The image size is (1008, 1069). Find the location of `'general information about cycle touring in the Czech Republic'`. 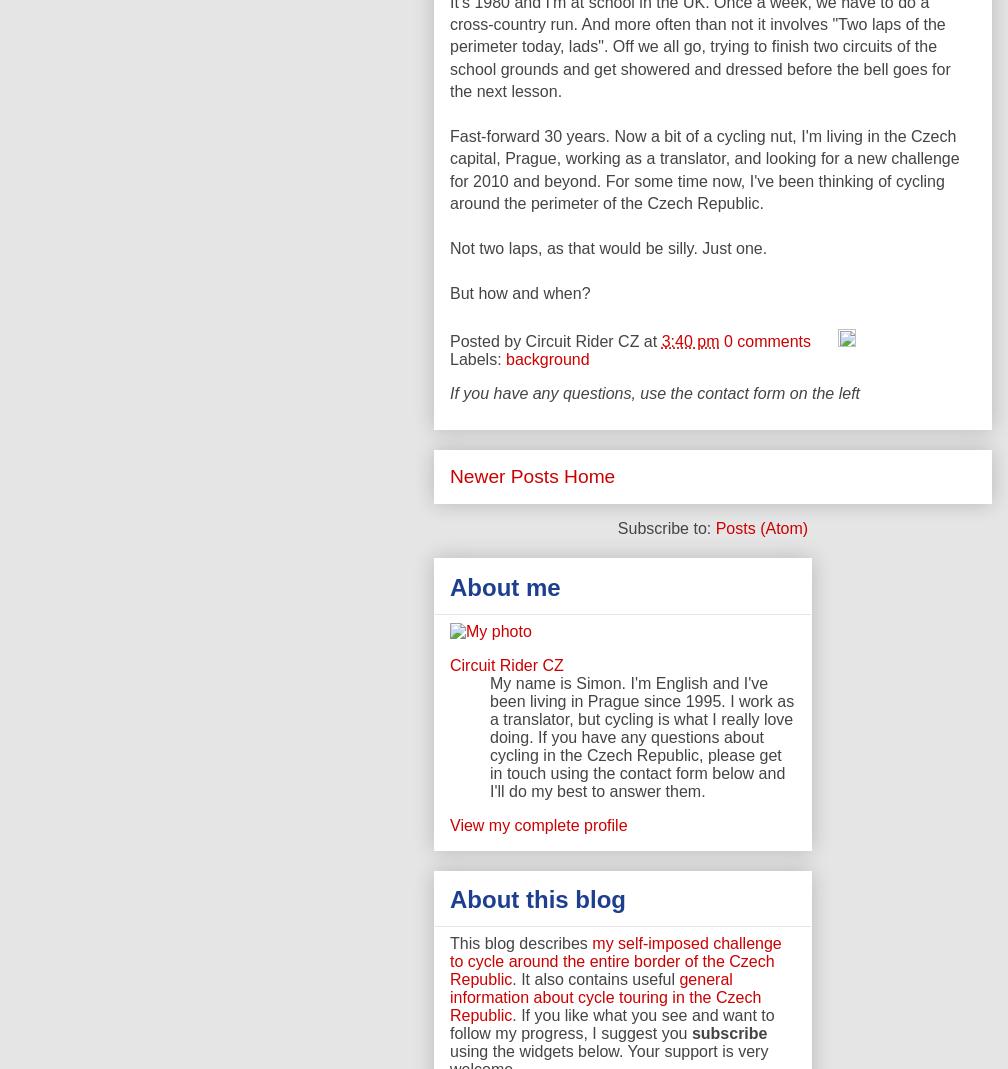

'general information about cycle touring in the Czech Republic' is located at coordinates (449, 996).